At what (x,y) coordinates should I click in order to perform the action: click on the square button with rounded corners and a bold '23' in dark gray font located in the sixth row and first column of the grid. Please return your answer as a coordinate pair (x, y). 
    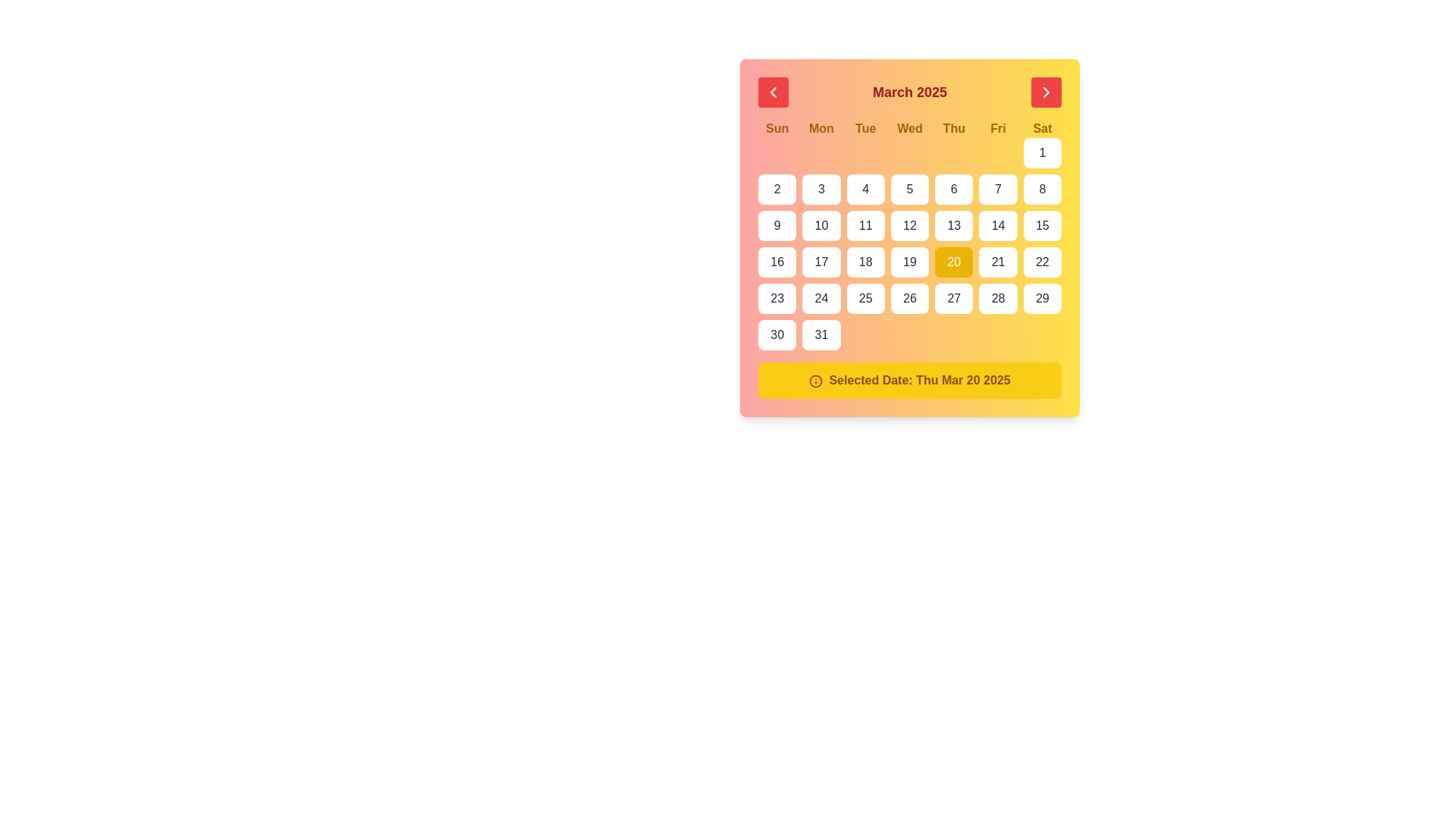
    Looking at the image, I should click on (777, 298).